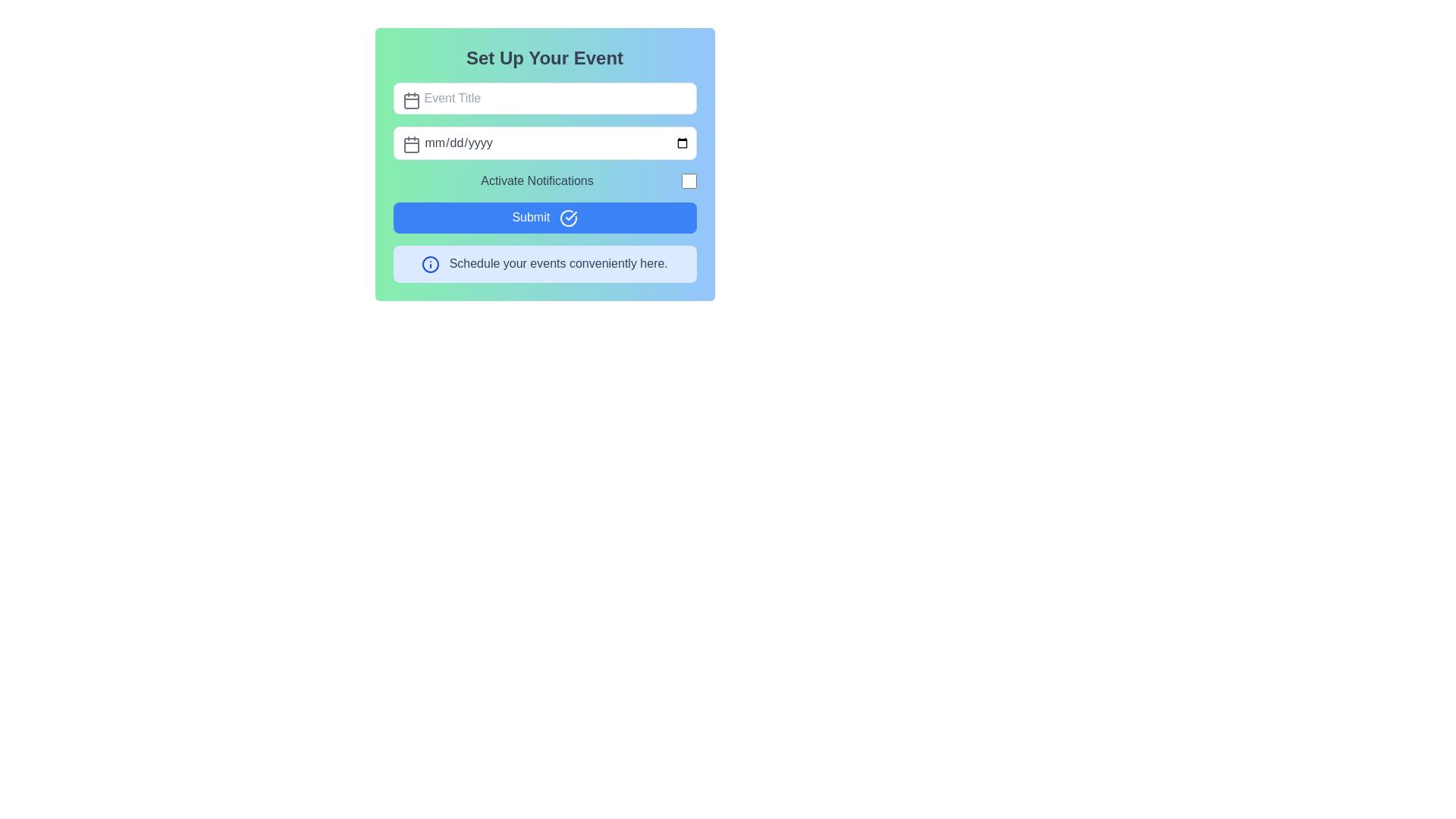  What do you see at coordinates (411, 102) in the screenshot?
I see `the rectangular SVG element resembling part of a calendar icon, located near the top-left corner of the event title input field` at bounding box center [411, 102].